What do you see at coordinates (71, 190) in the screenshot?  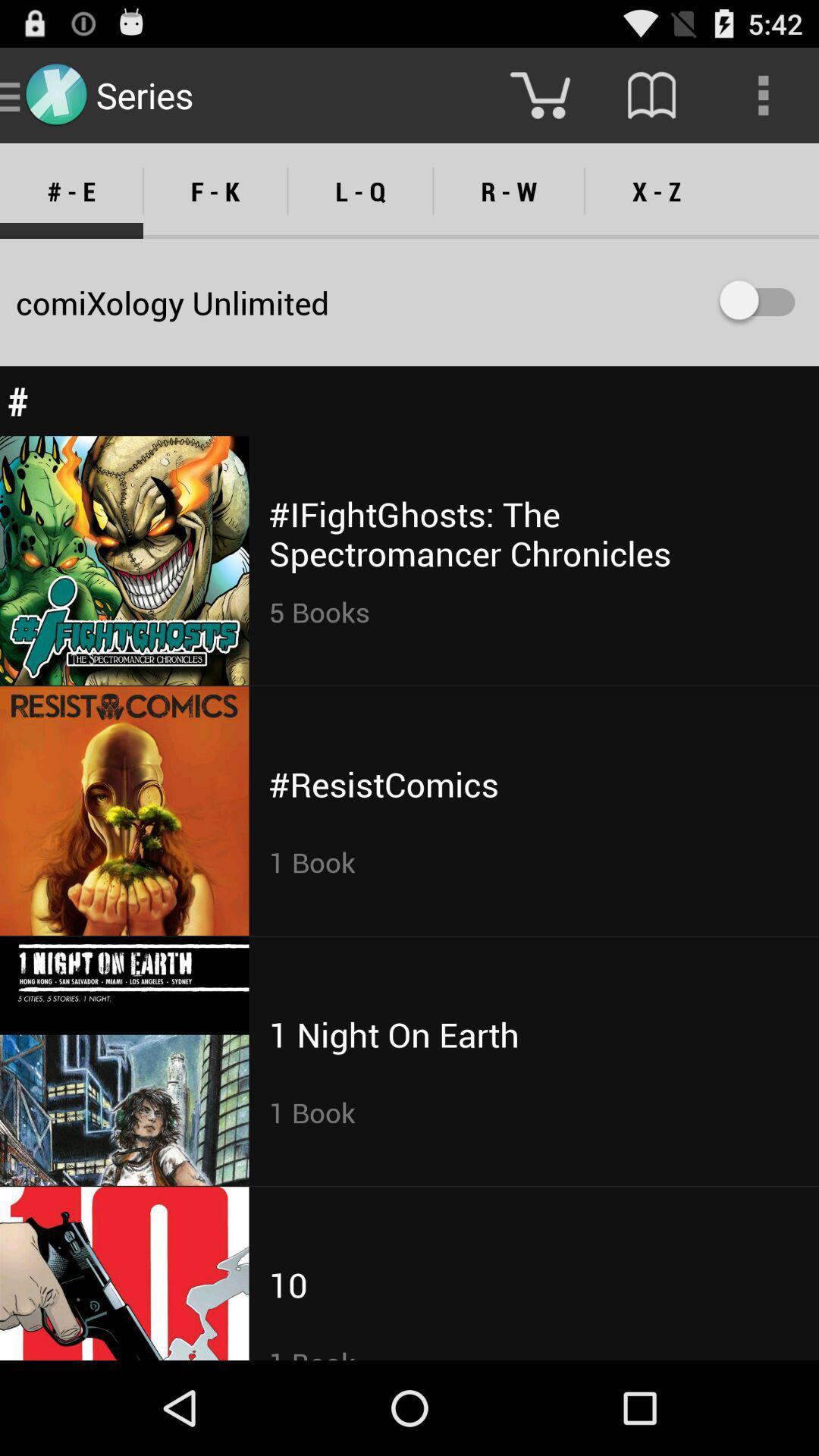 I see `# - e` at bounding box center [71, 190].